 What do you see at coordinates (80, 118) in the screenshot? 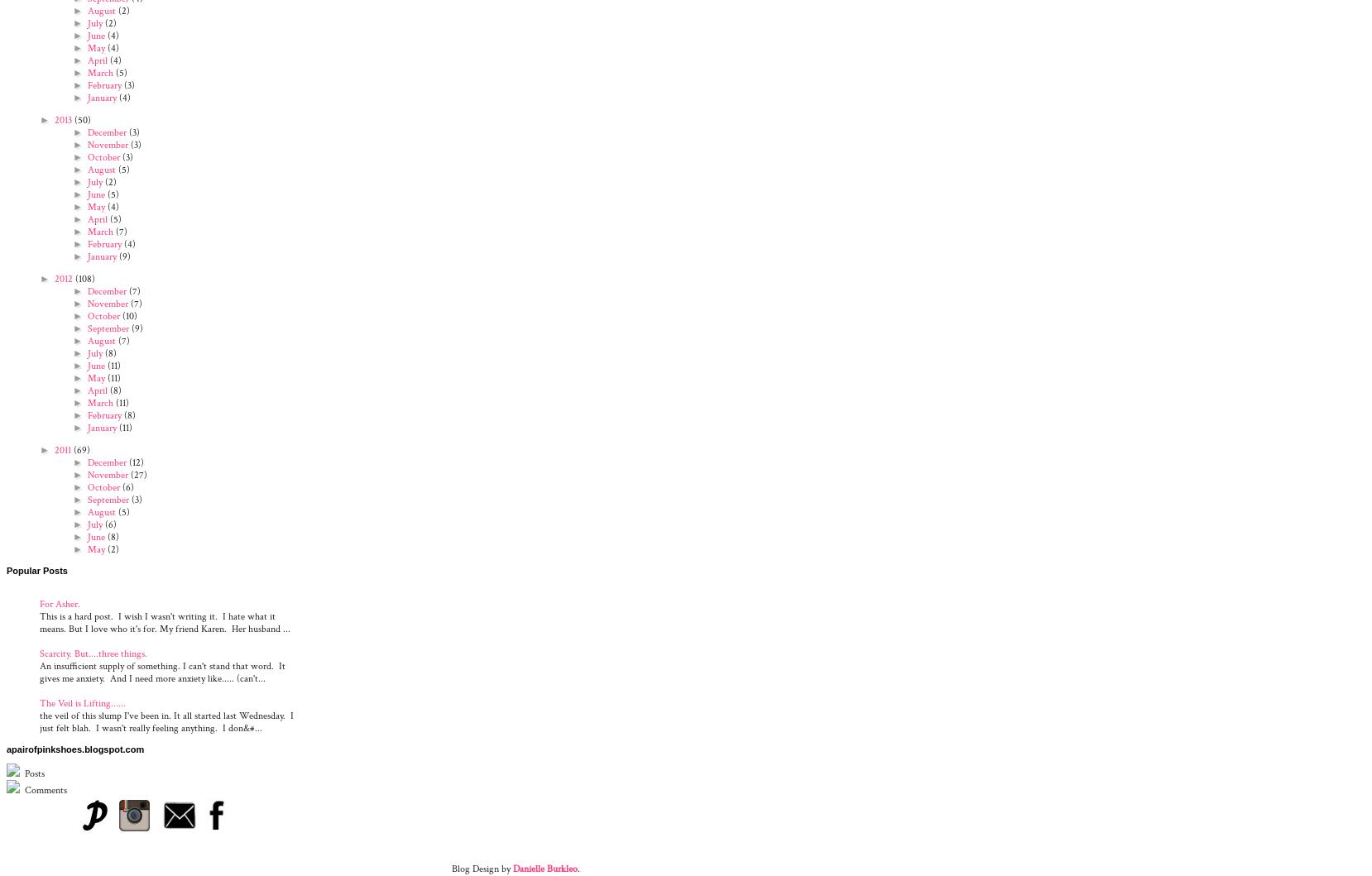
I see `'(50)'` at bounding box center [80, 118].